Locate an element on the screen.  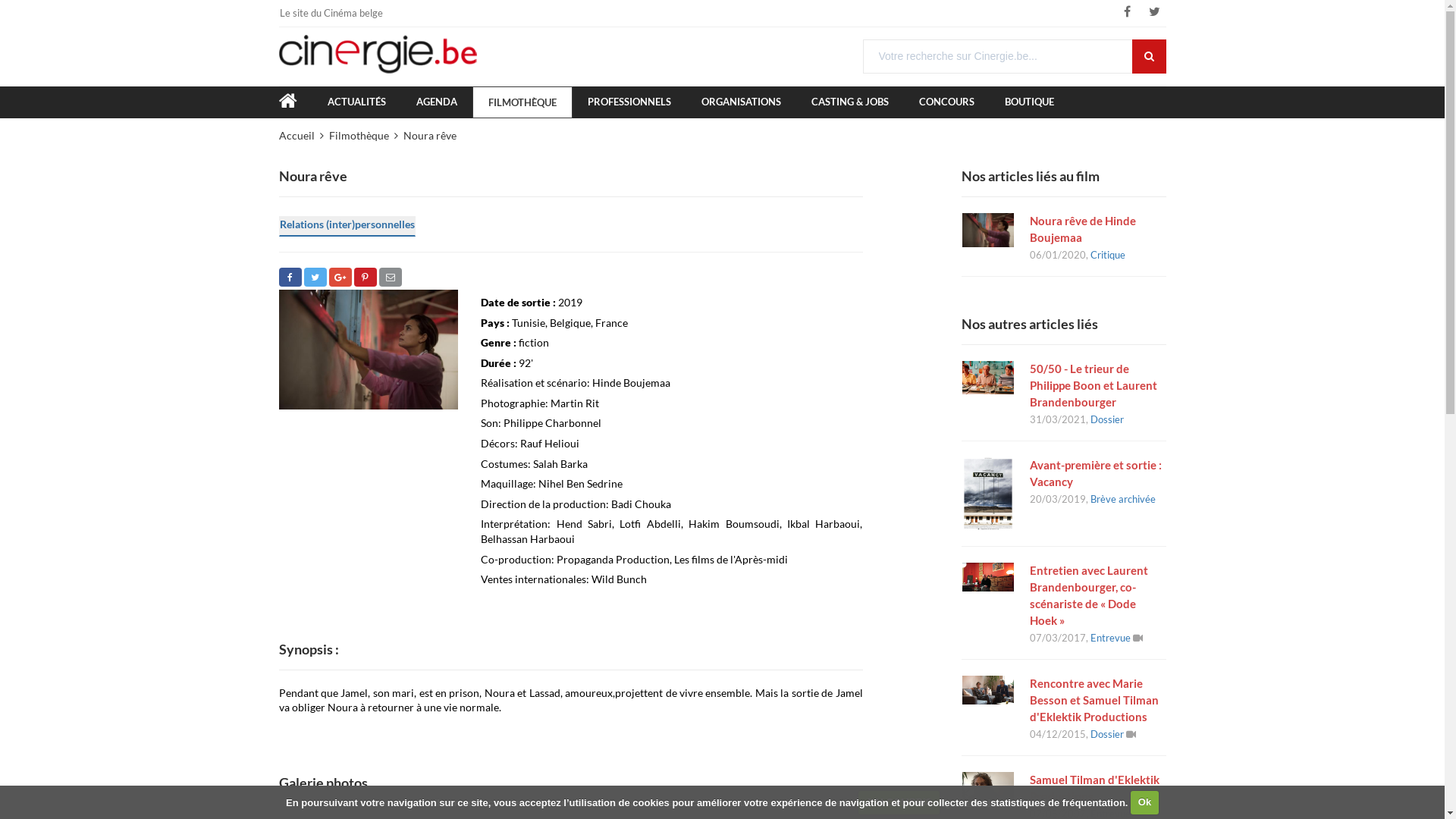
'Relations (inter)personnelles' is located at coordinates (279, 226).